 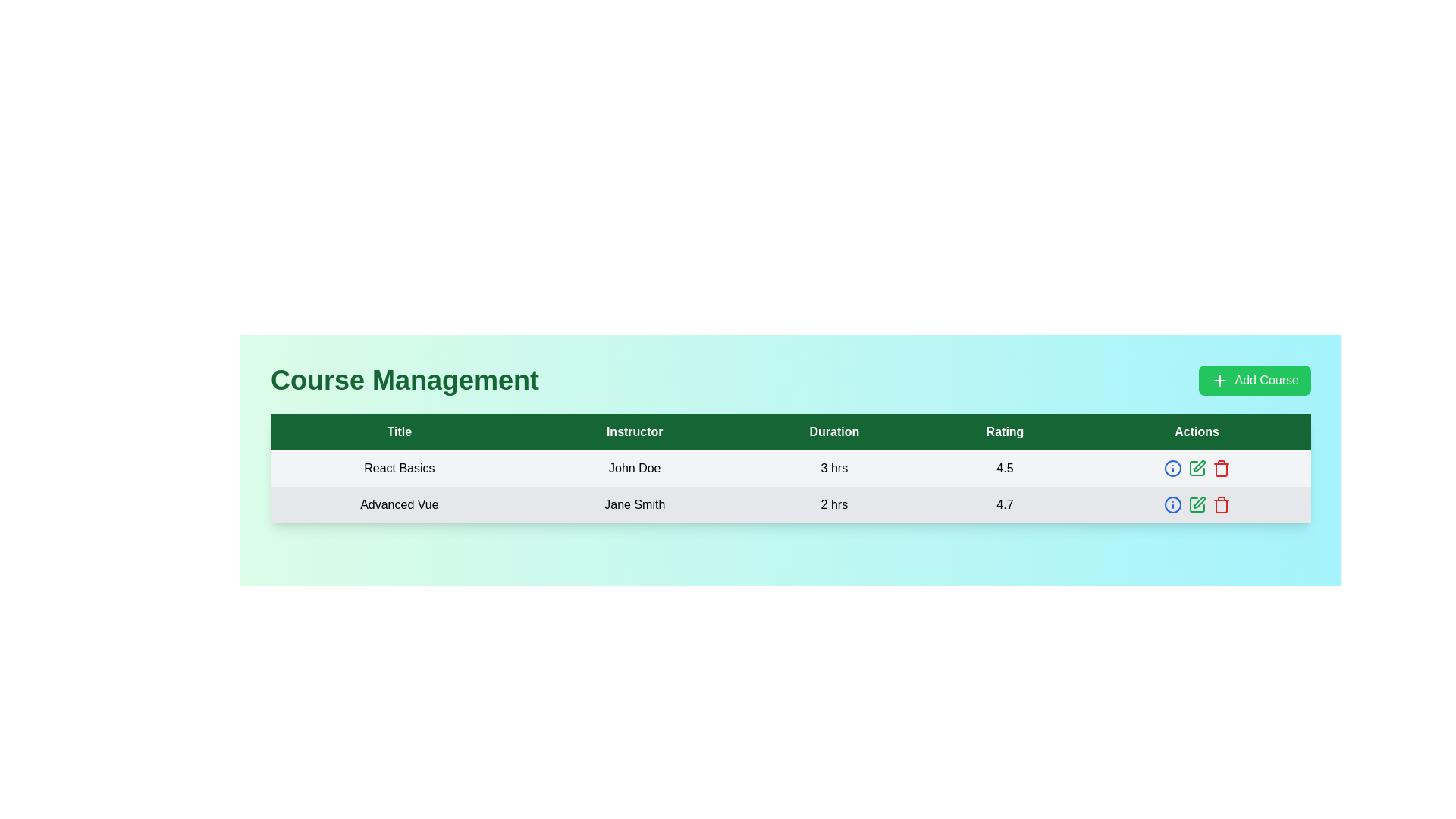 I want to click on the text label displaying 'Advanced Vue' located in the second row of the 'Title' column, which has a light gray background and is positioned below 'React Basics', so click(x=399, y=505).